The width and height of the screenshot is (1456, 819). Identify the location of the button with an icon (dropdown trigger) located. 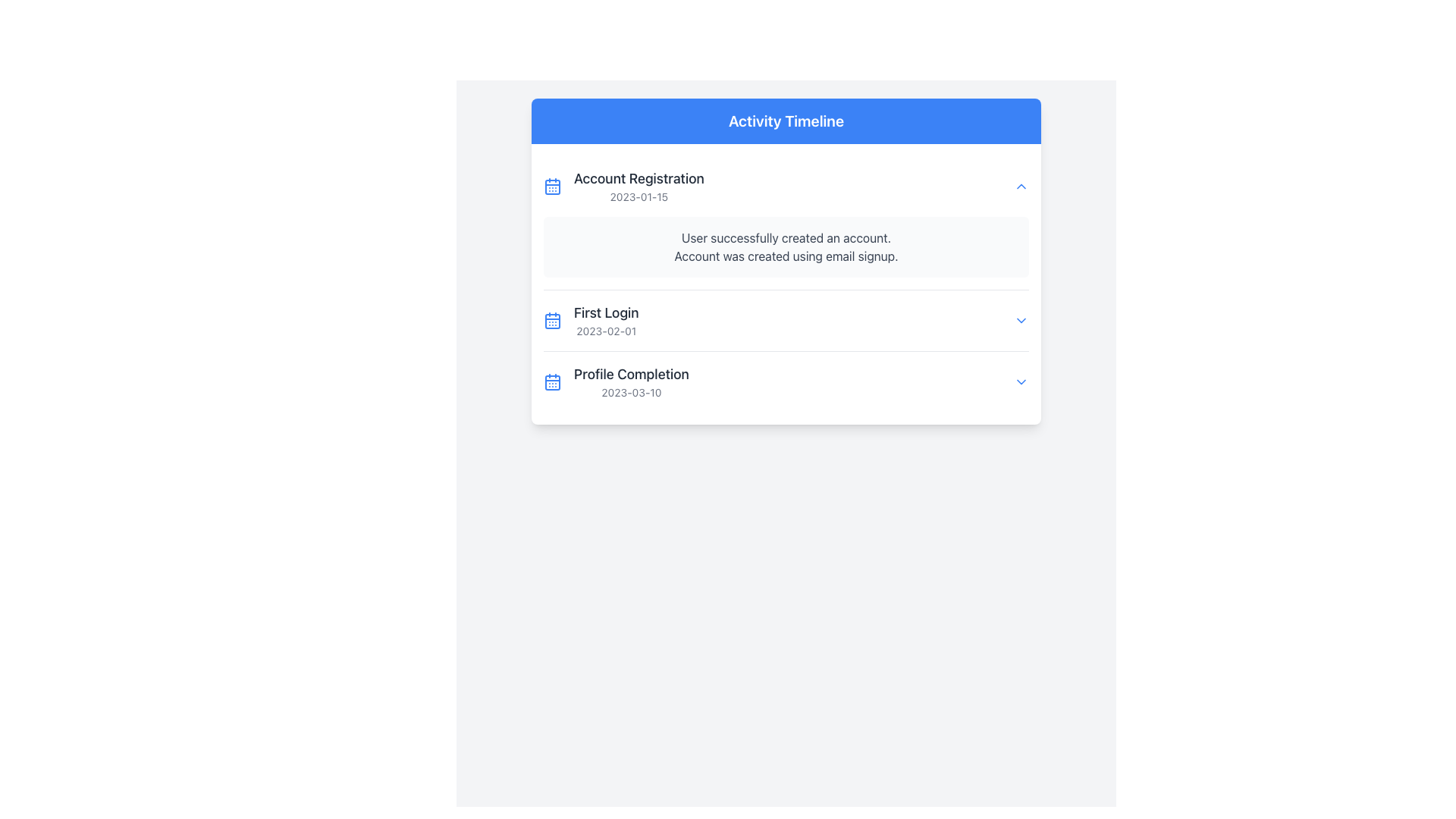
(1021, 320).